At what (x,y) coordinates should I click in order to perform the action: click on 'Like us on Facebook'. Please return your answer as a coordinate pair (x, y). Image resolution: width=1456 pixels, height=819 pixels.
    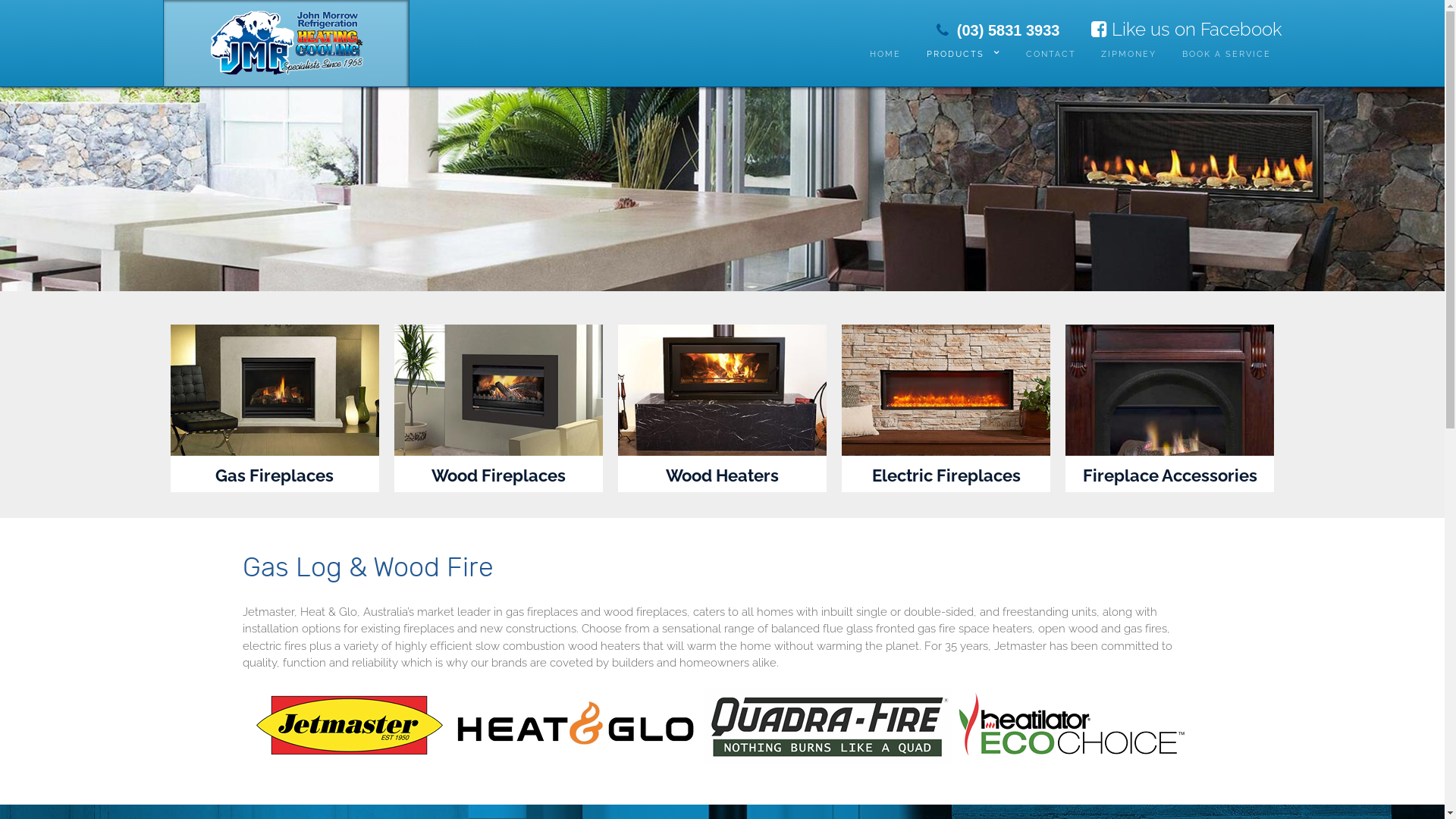
    Looking at the image, I should click on (1185, 29).